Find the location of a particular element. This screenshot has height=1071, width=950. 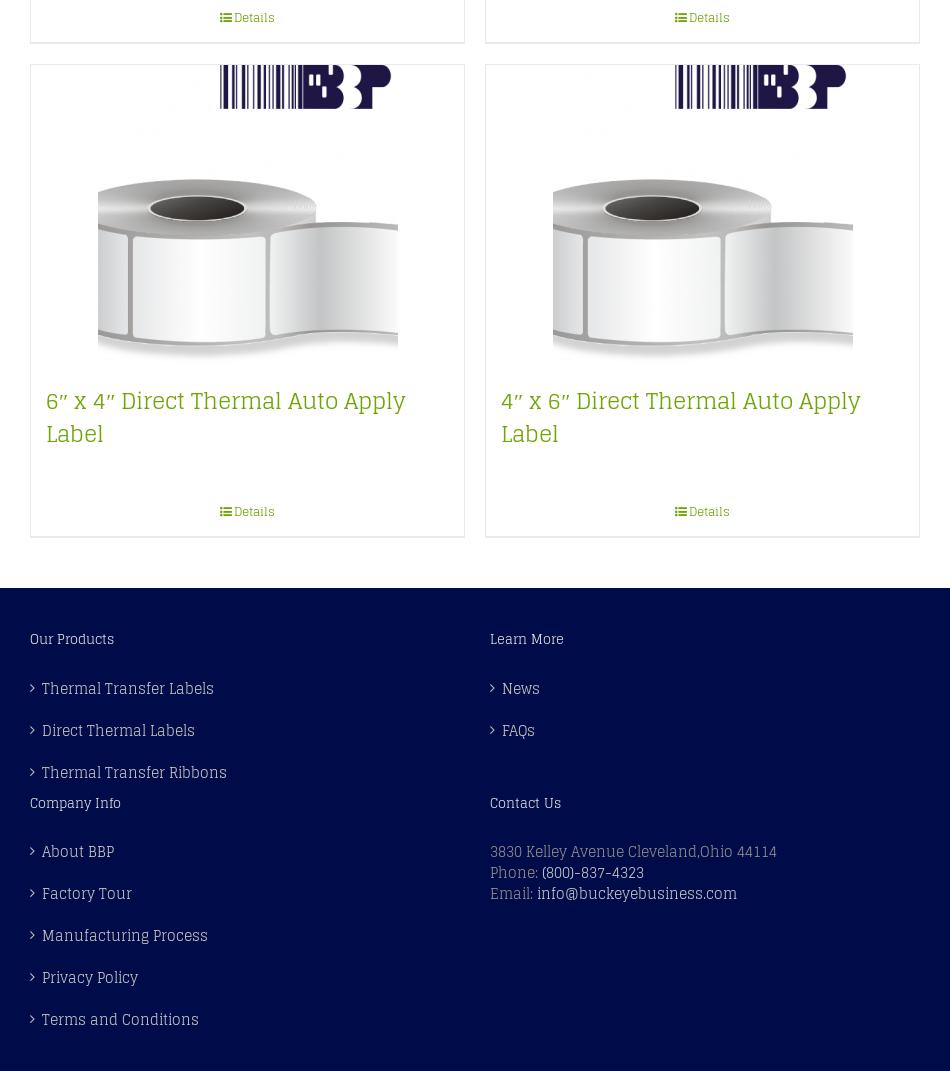

'Thermal Transfer Ribbons' is located at coordinates (134, 770).